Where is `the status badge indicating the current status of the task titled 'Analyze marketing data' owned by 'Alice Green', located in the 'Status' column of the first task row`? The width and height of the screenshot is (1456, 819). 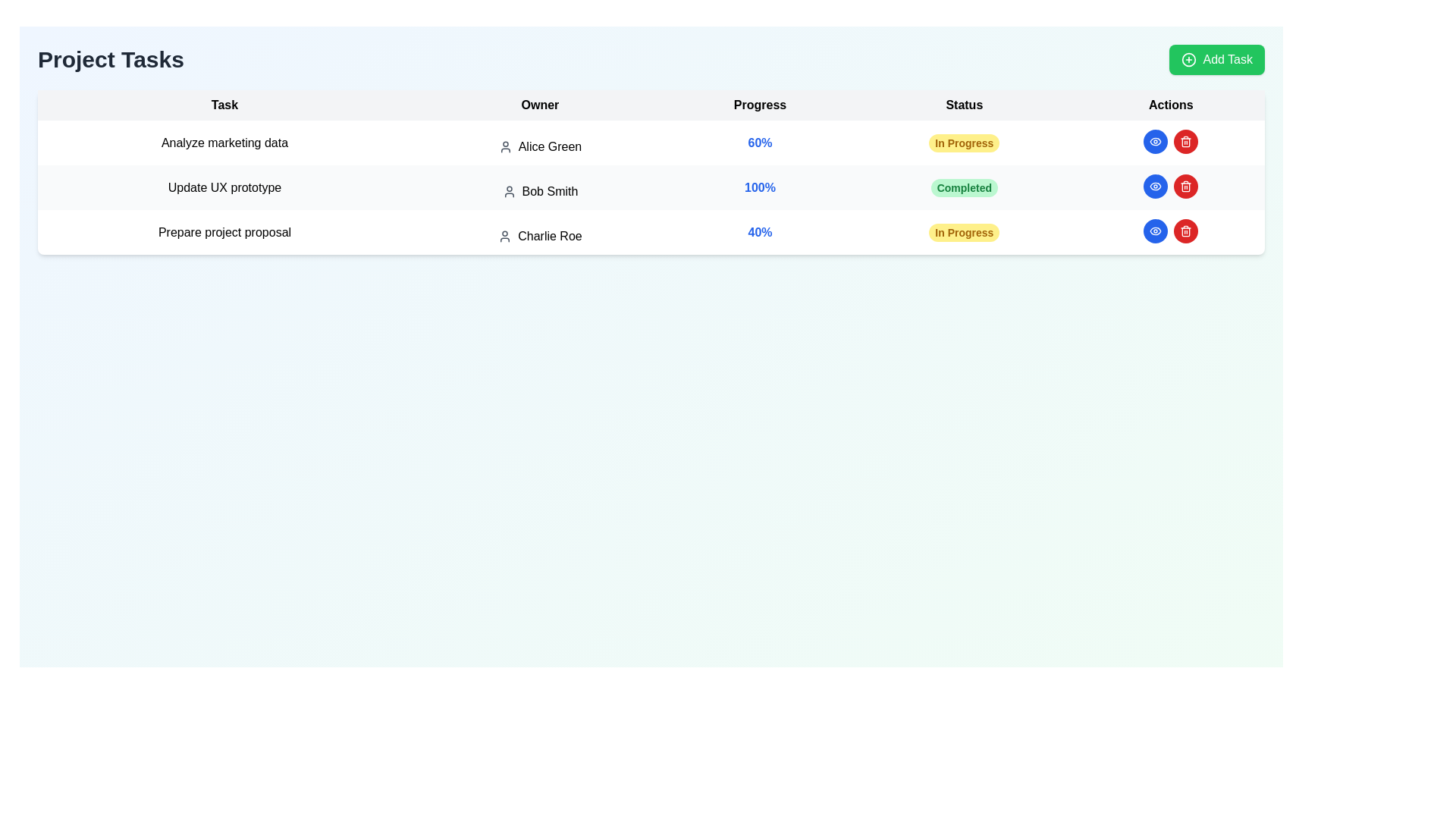 the status badge indicating the current status of the task titled 'Analyze marketing data' owned by 'Alice Green', located in the 'Status' column of the first task row is located at coordinates (963, 143).